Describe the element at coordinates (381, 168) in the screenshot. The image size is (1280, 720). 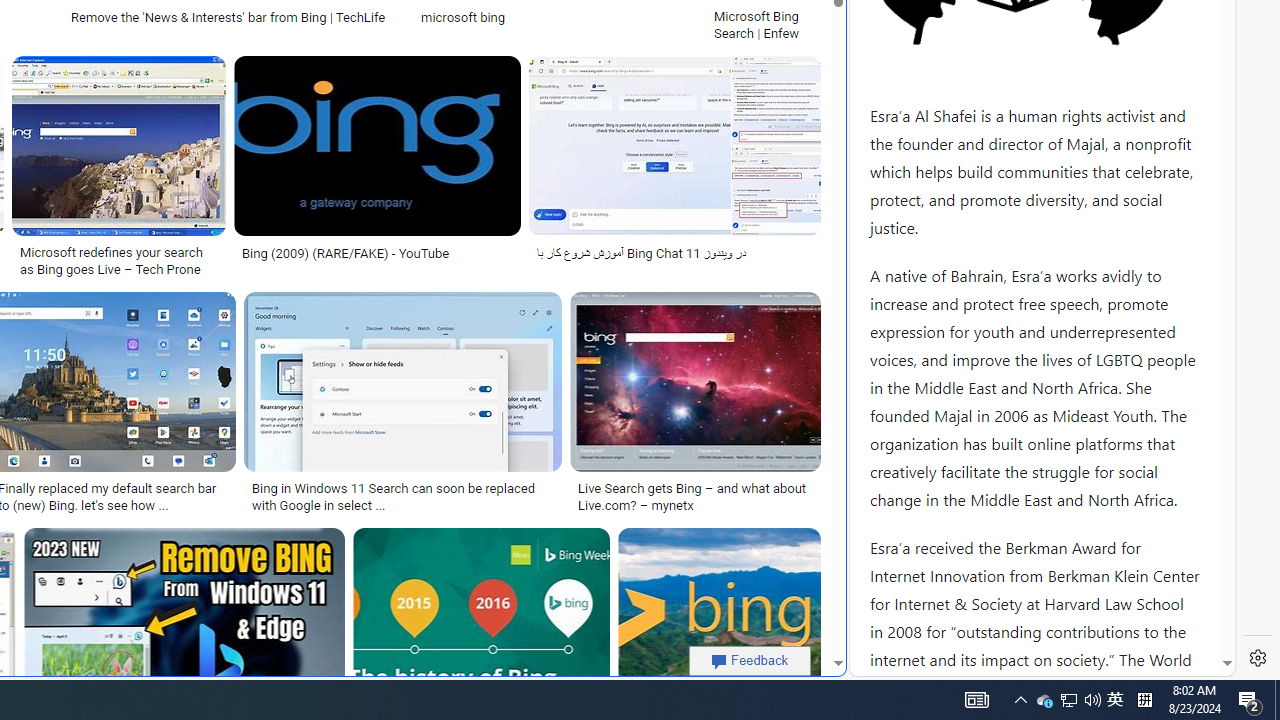
I see `'Bing (2009) (RARE/FAKE) - YouTubeSave'` at that location.